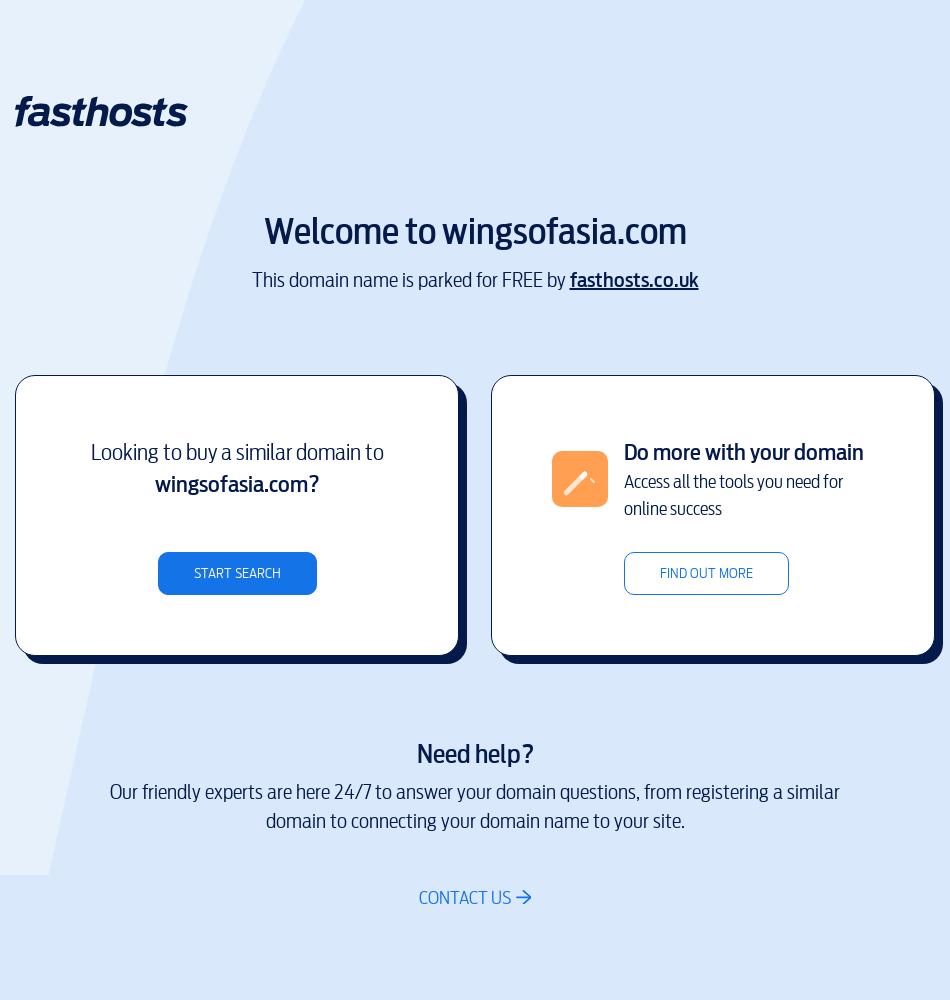 The width and height of the screenshot is (950, 1000). I want to click on '?', so click(312, 482).